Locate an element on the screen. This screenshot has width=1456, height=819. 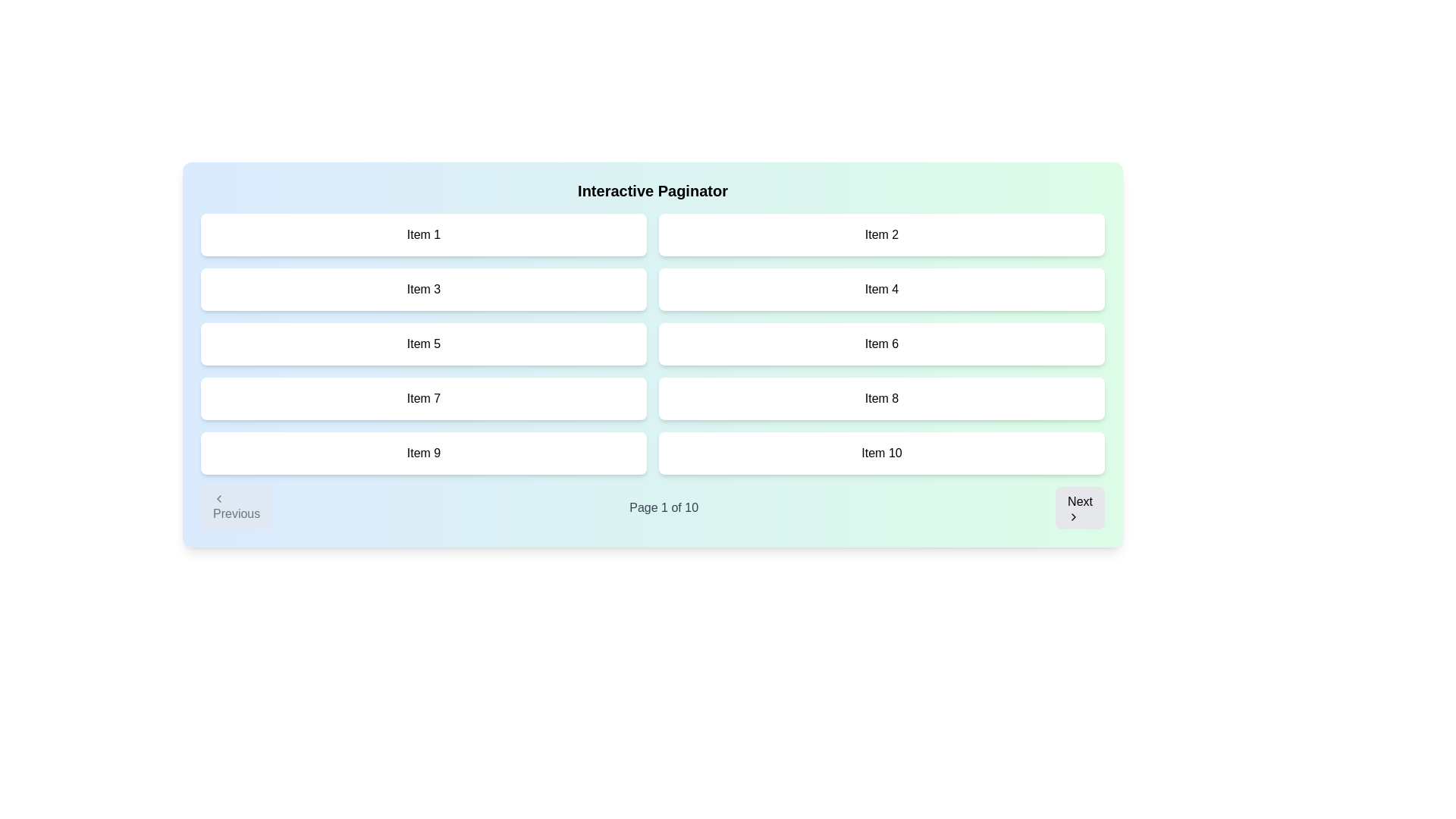
the display box representing 'Item 8', located in the fourth row and second column of the grid layout is located at coordinates (881, 397).